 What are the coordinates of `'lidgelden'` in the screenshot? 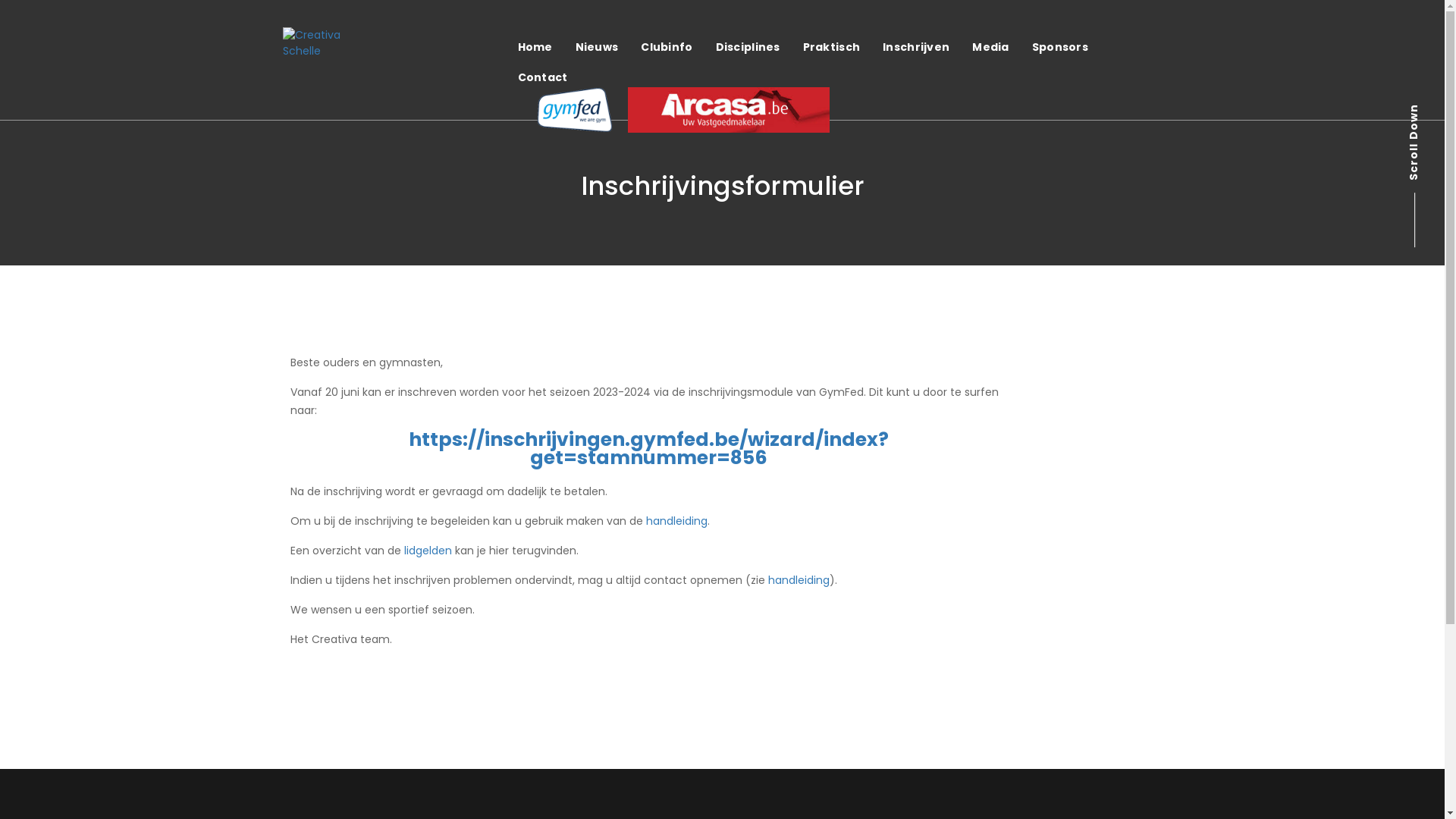 It's located at (426, 550).